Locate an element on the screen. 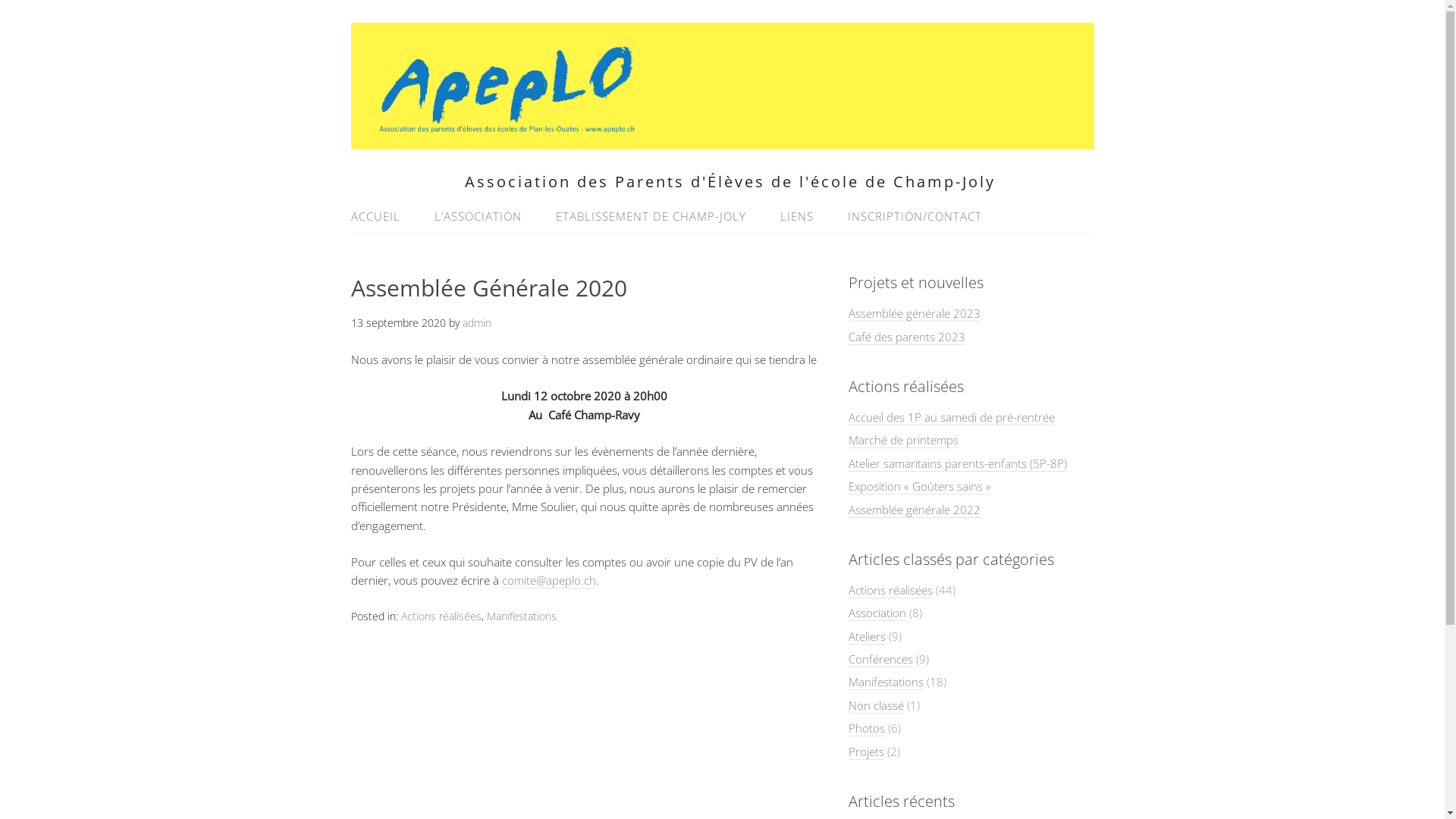  'ACCUEIL' is located at coordinates (382, 216).